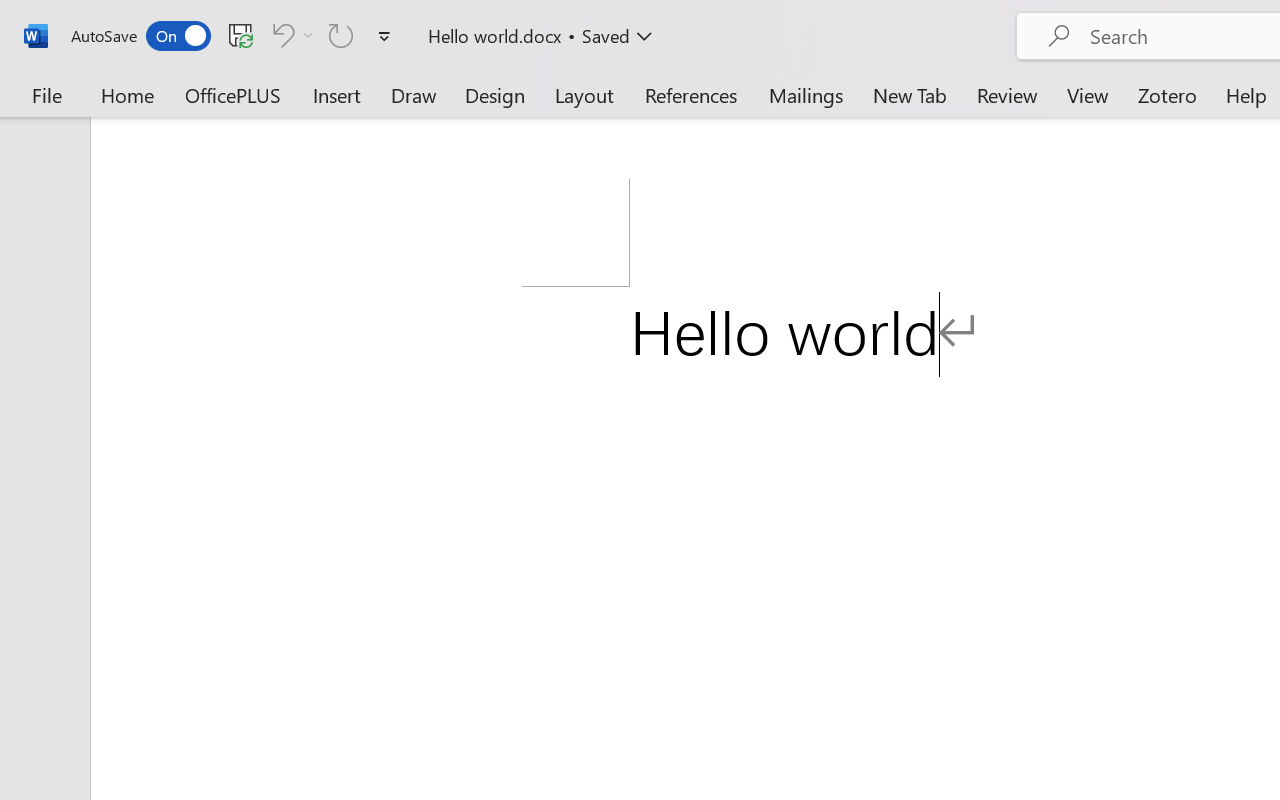 This screenshot has height=800, width=1280. I want to click on 'Home', so click(127, 94).